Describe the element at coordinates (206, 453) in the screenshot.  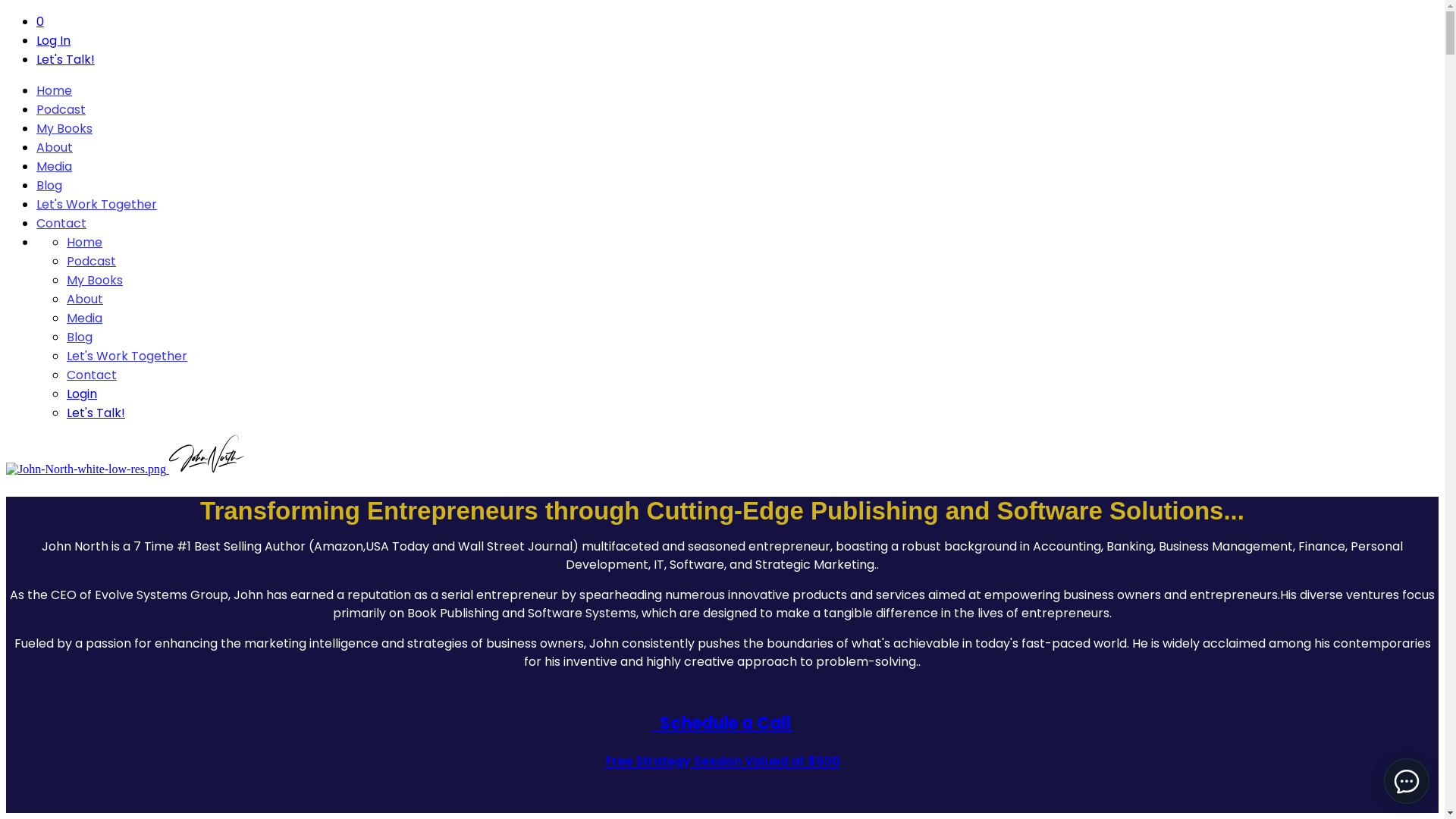
I see `'JOHN-logo-light.png'` at that location.